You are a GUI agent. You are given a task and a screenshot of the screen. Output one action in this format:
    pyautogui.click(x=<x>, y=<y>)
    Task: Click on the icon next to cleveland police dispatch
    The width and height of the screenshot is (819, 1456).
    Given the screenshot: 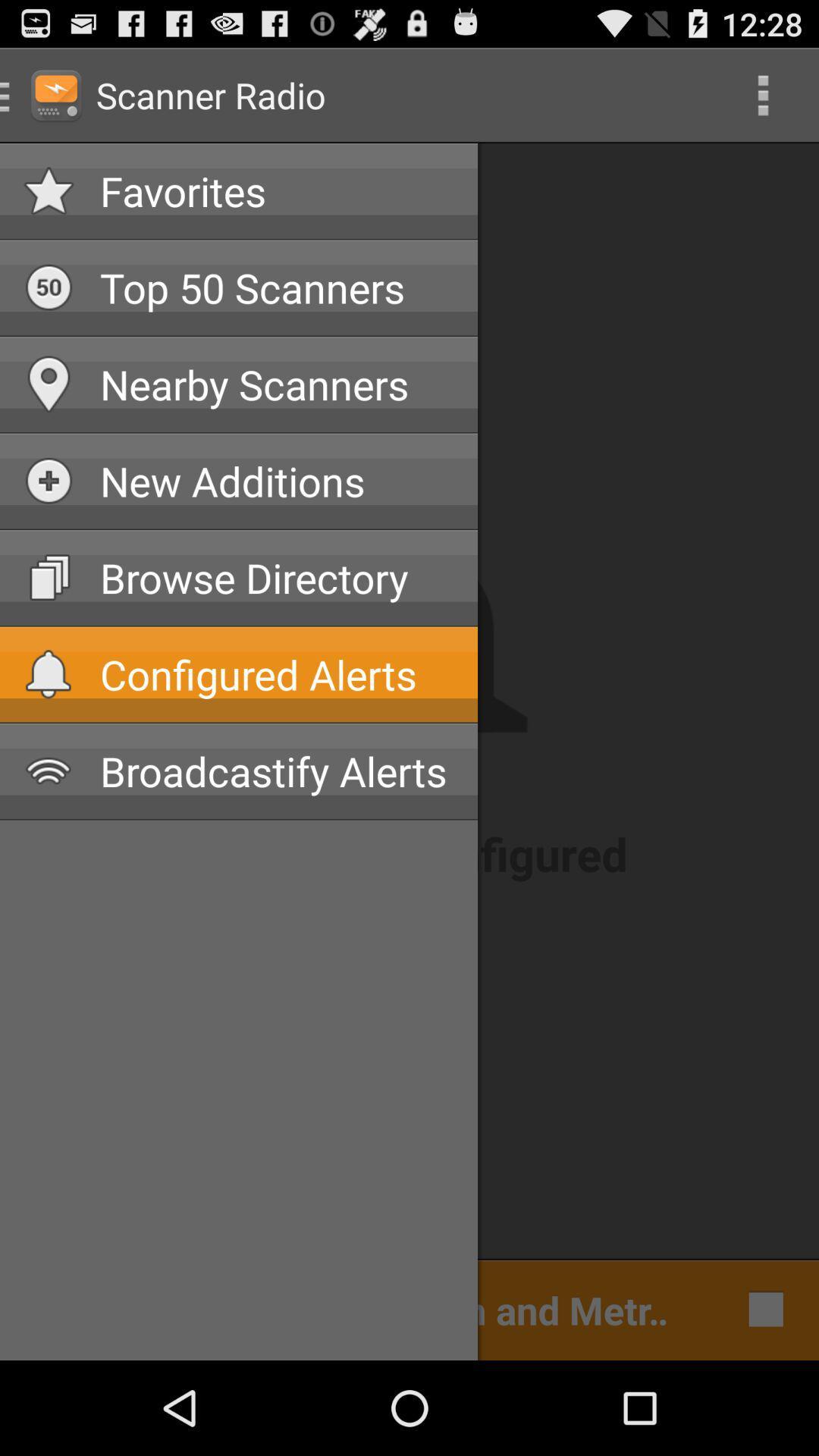 What is the action you would take?
    pyautogui.click(x=762, y=1308)
    